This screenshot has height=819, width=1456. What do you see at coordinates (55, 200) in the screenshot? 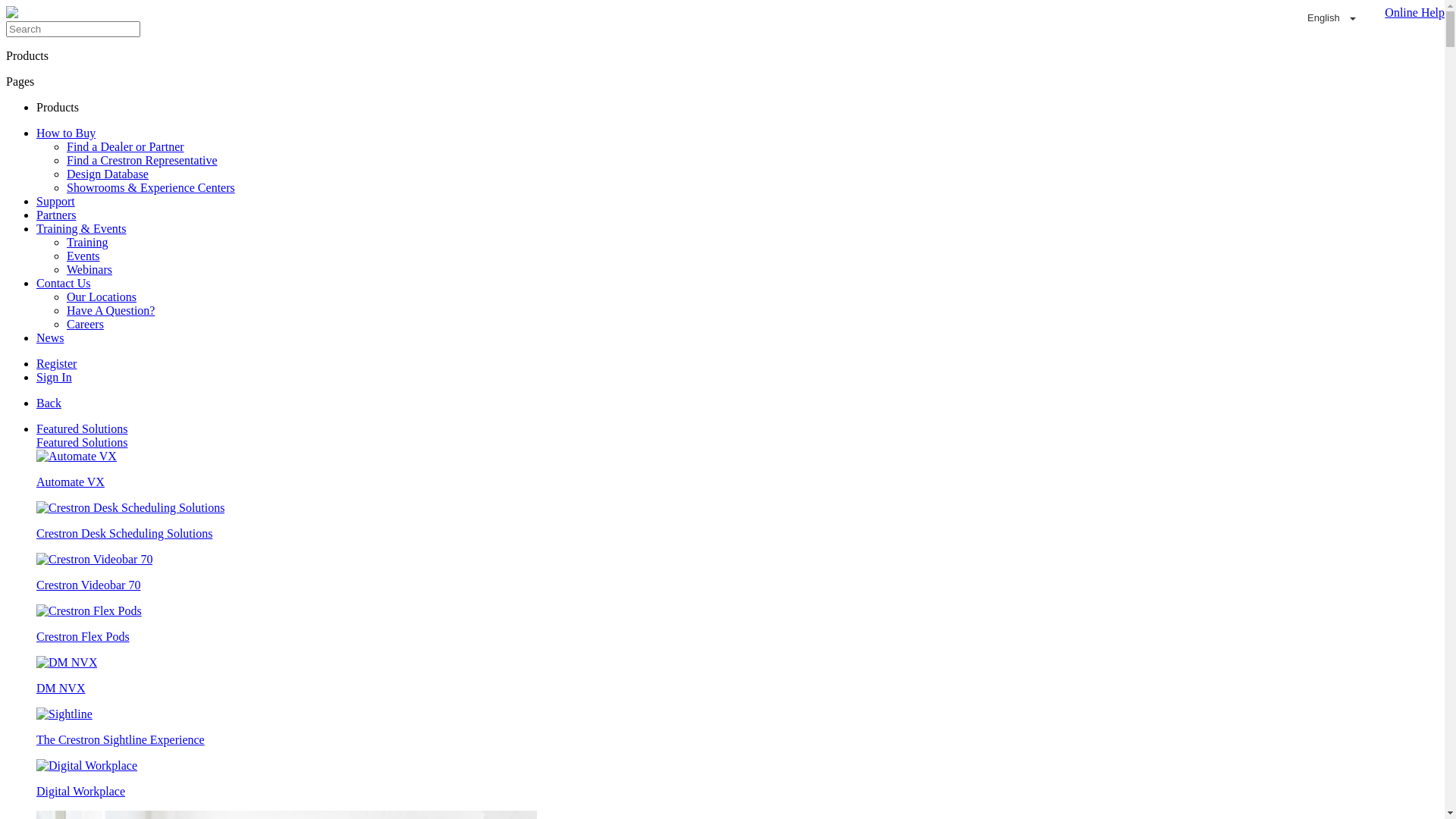
I see `'Support'` at bounding box center [55, 200].